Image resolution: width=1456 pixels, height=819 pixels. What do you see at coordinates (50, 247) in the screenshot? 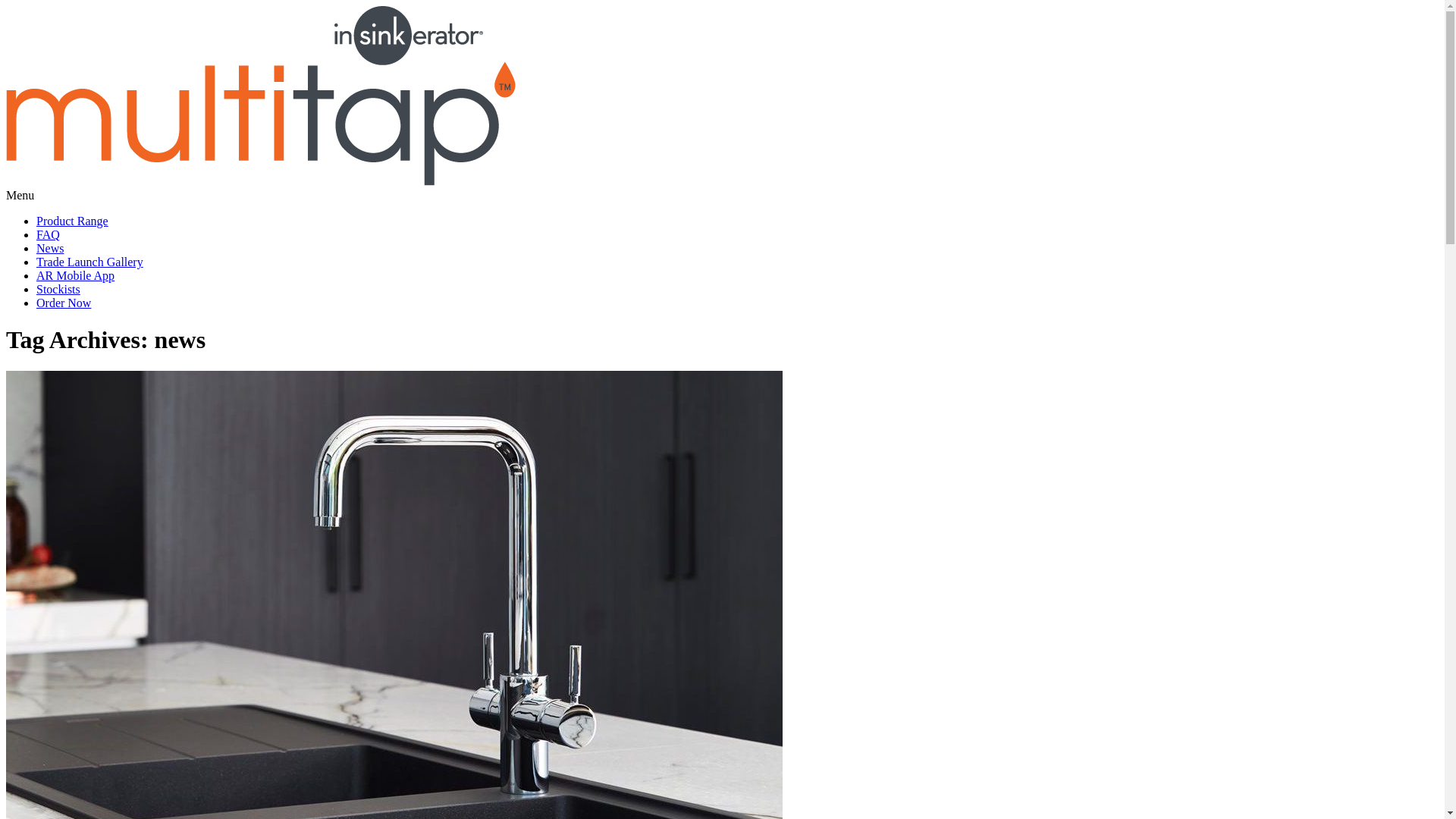
I see `'News'` at bounding box center [50, 247].